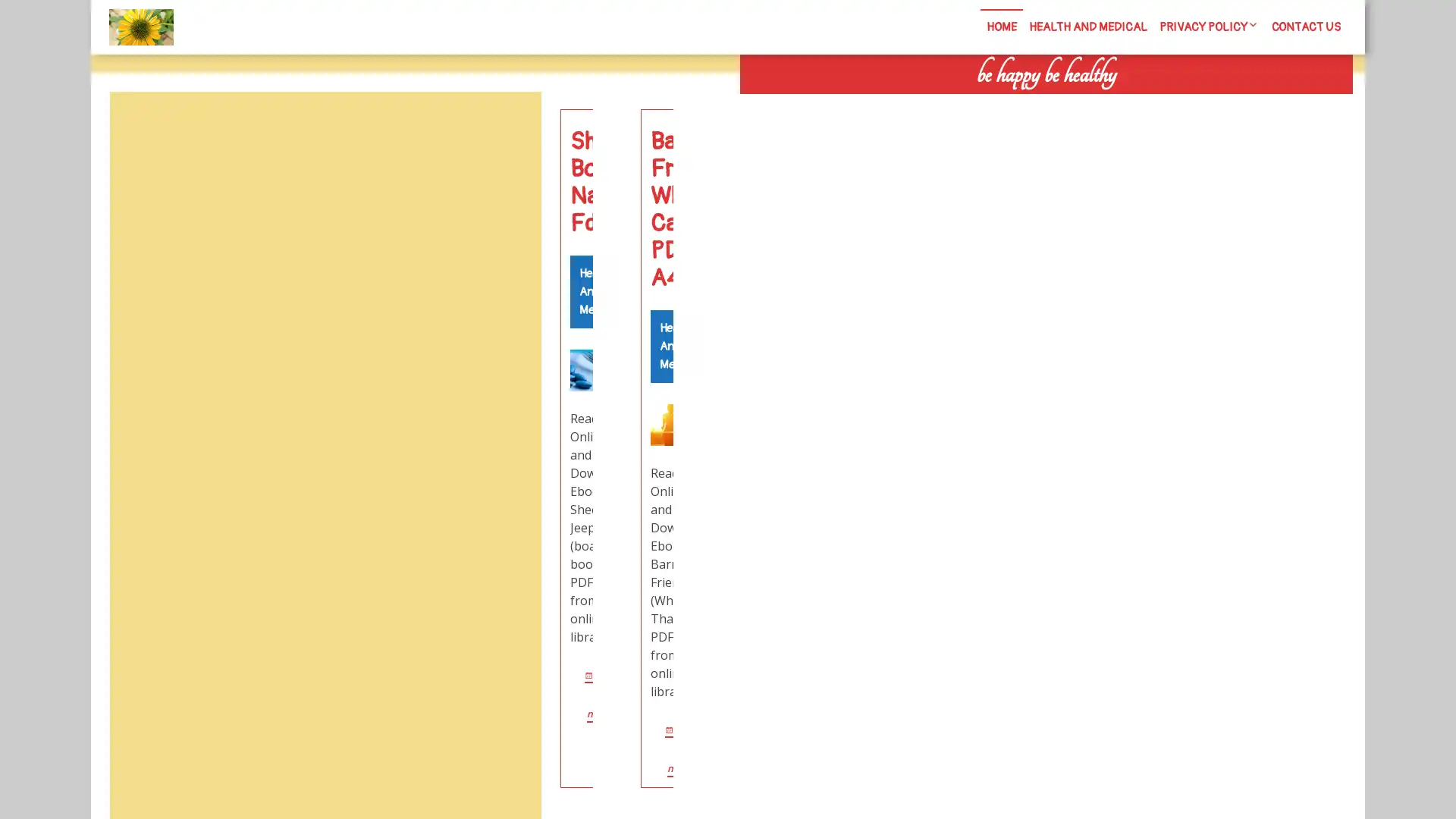 The width and height of the screenshot is (1456, 819). What do you see at coordinates (1181, 106) in the screenshot?
I see `Search` at bounding box center [1181, 106].